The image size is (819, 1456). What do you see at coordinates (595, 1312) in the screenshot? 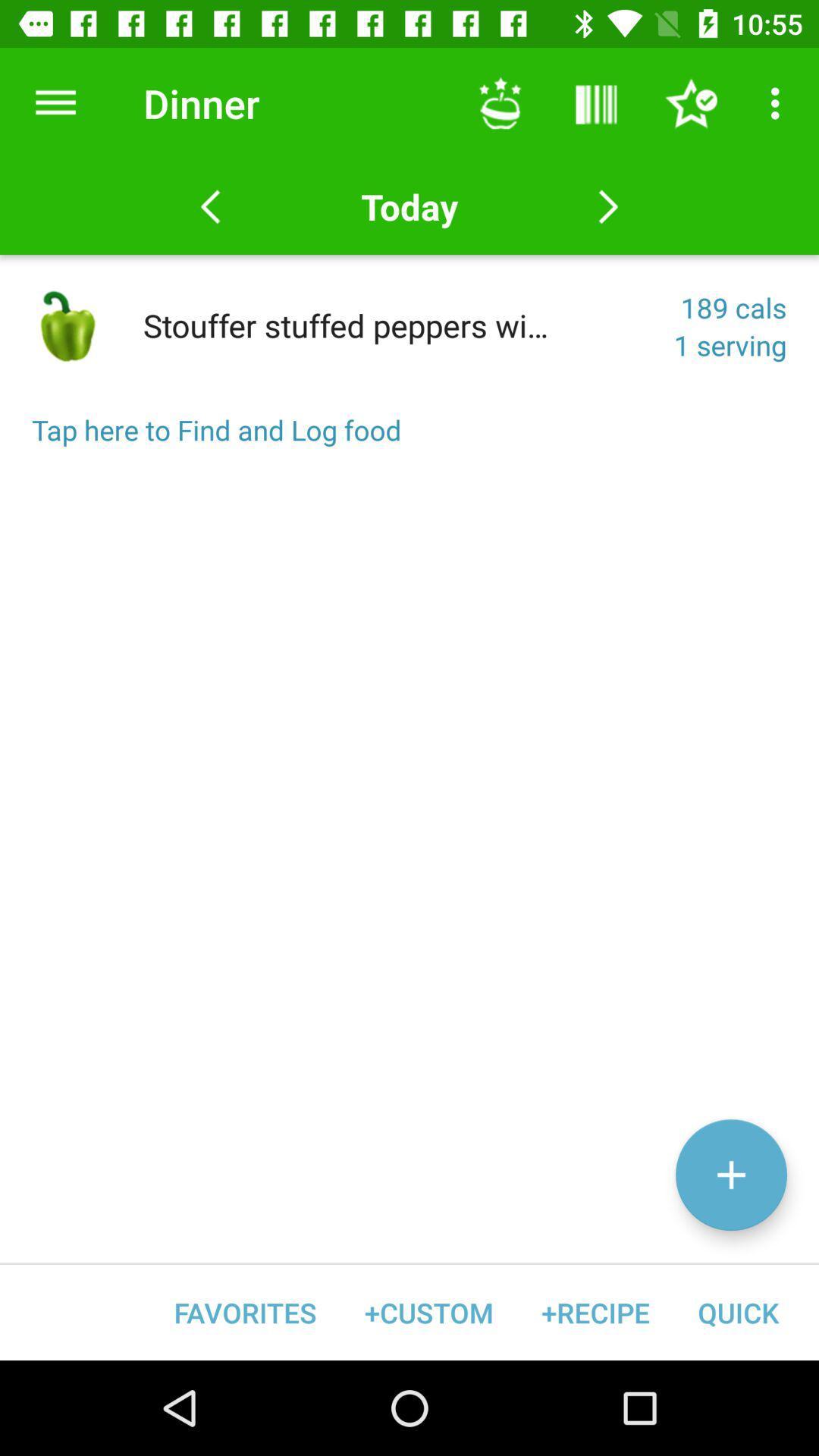
I see `the item next to the quick icon` at bounding box center [595, 1312].